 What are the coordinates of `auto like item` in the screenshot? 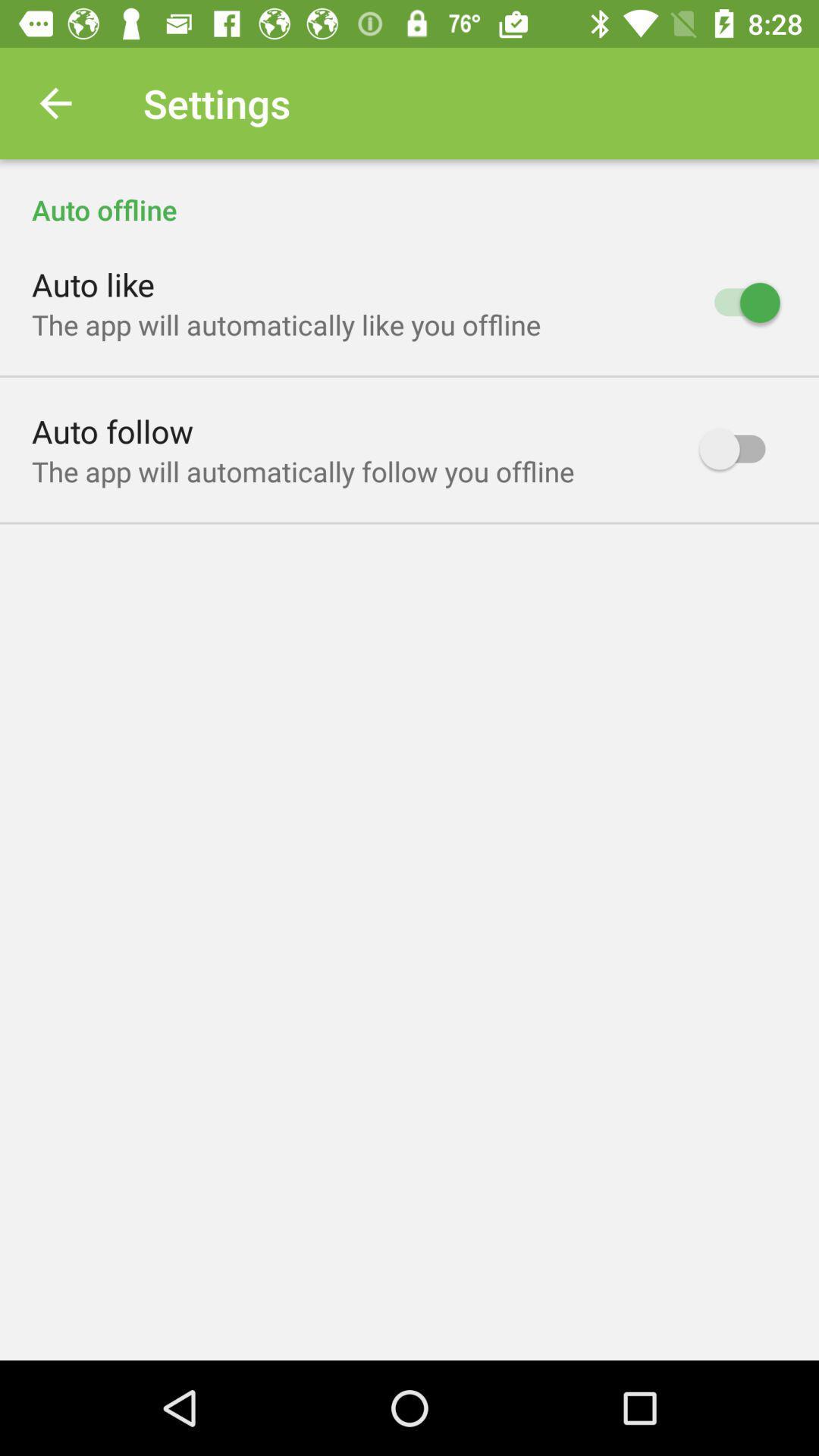 It's located at (93, 284).